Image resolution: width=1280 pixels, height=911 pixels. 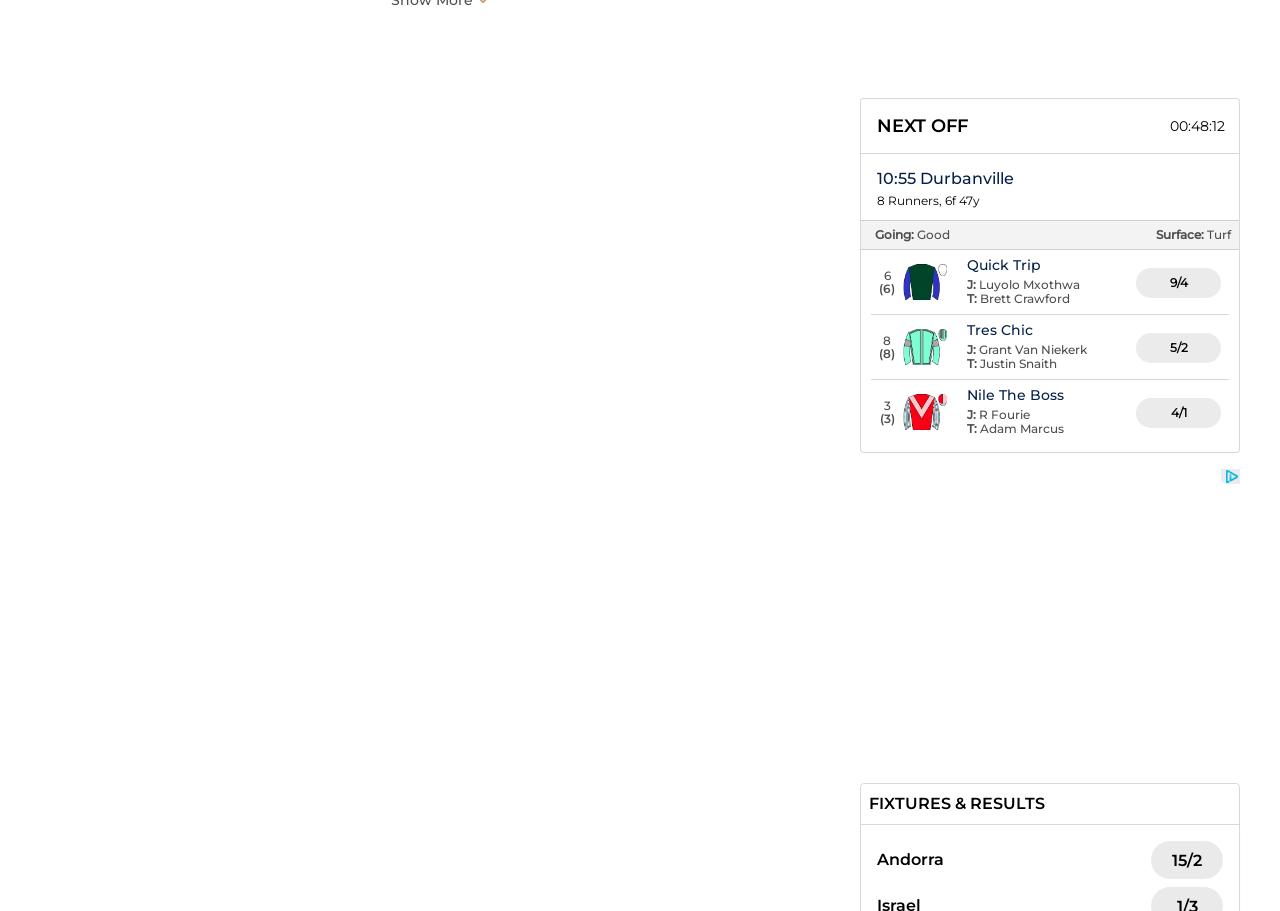 What do you see at coordinates (967, 264) in the screenshot?
I see `'Quick Trip'` at bounding box center [967, 264].